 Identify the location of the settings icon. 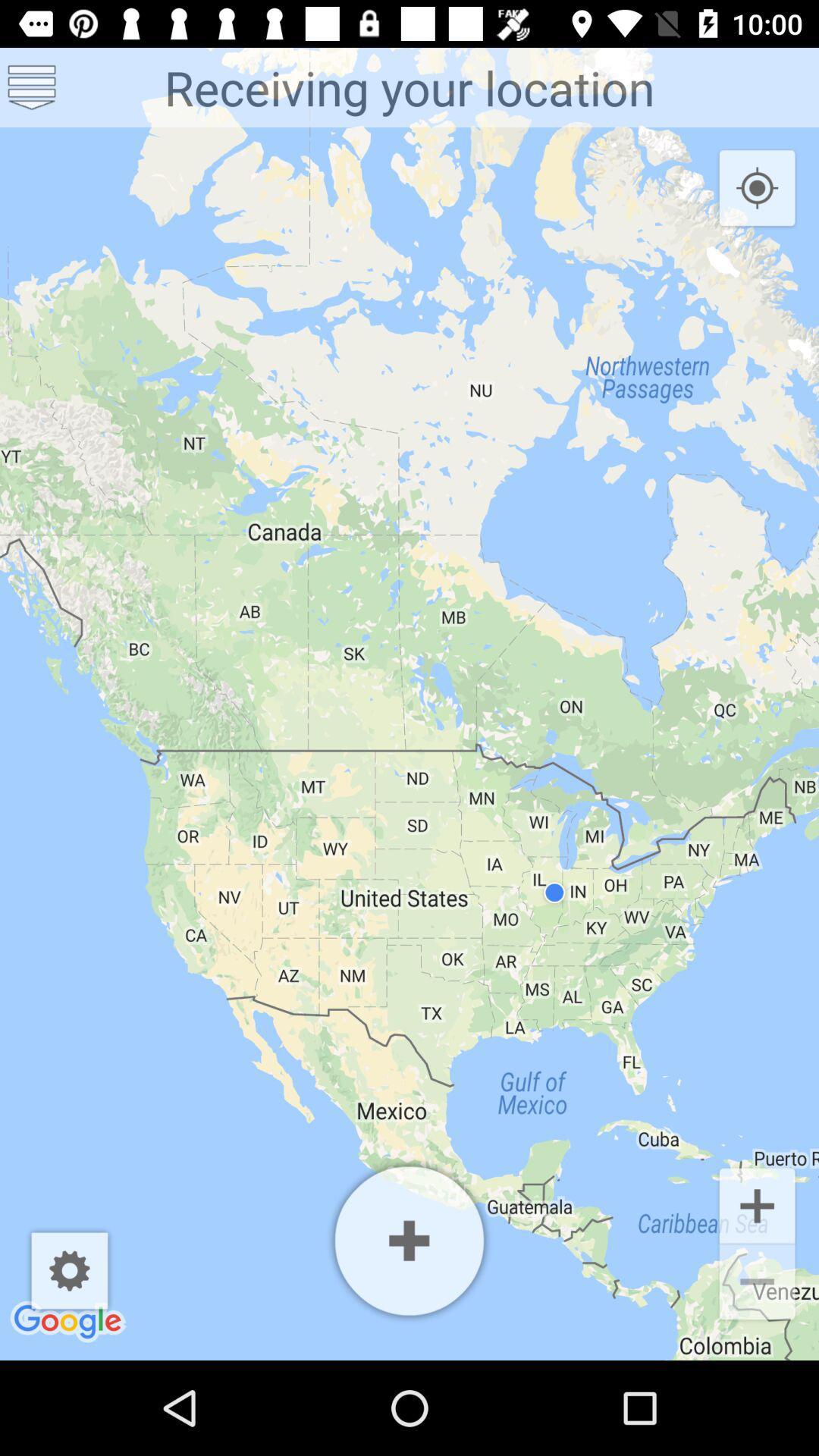
(69, 1270).